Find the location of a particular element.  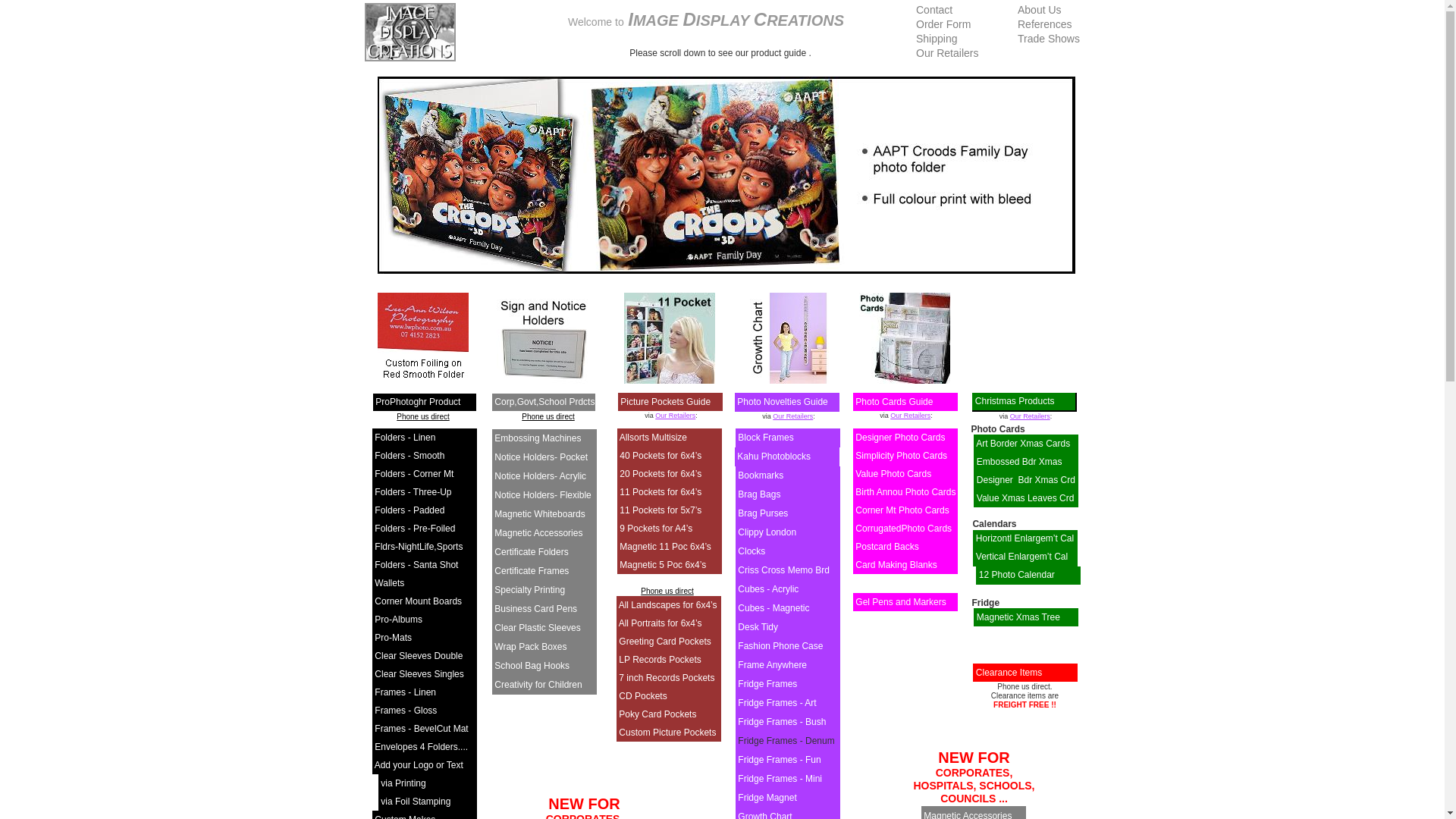

'Pro-Mats' is located at coordinates (393, 637).